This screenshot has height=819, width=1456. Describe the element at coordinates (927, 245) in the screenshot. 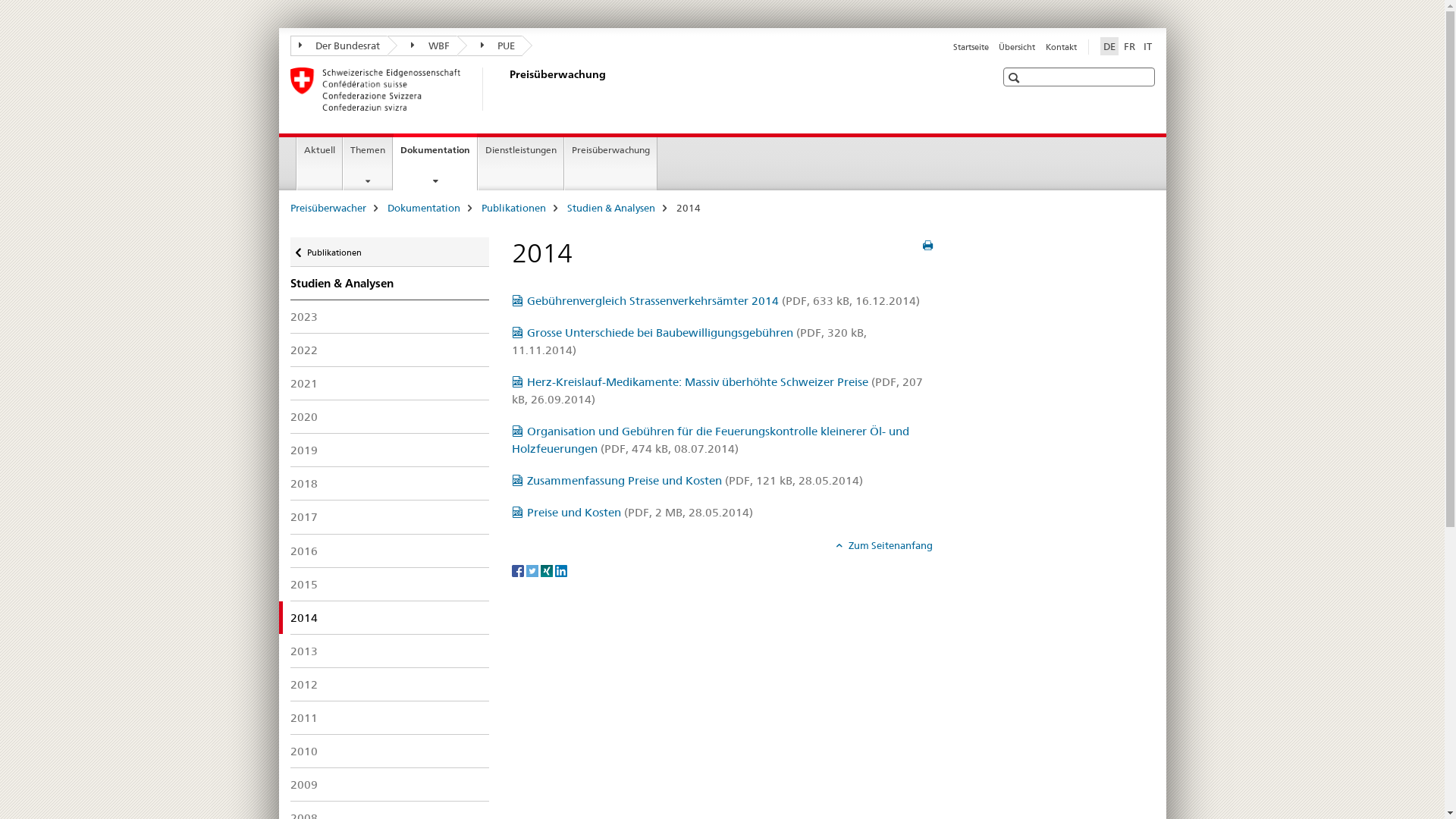

I see `'Seite drucken'` at that location.